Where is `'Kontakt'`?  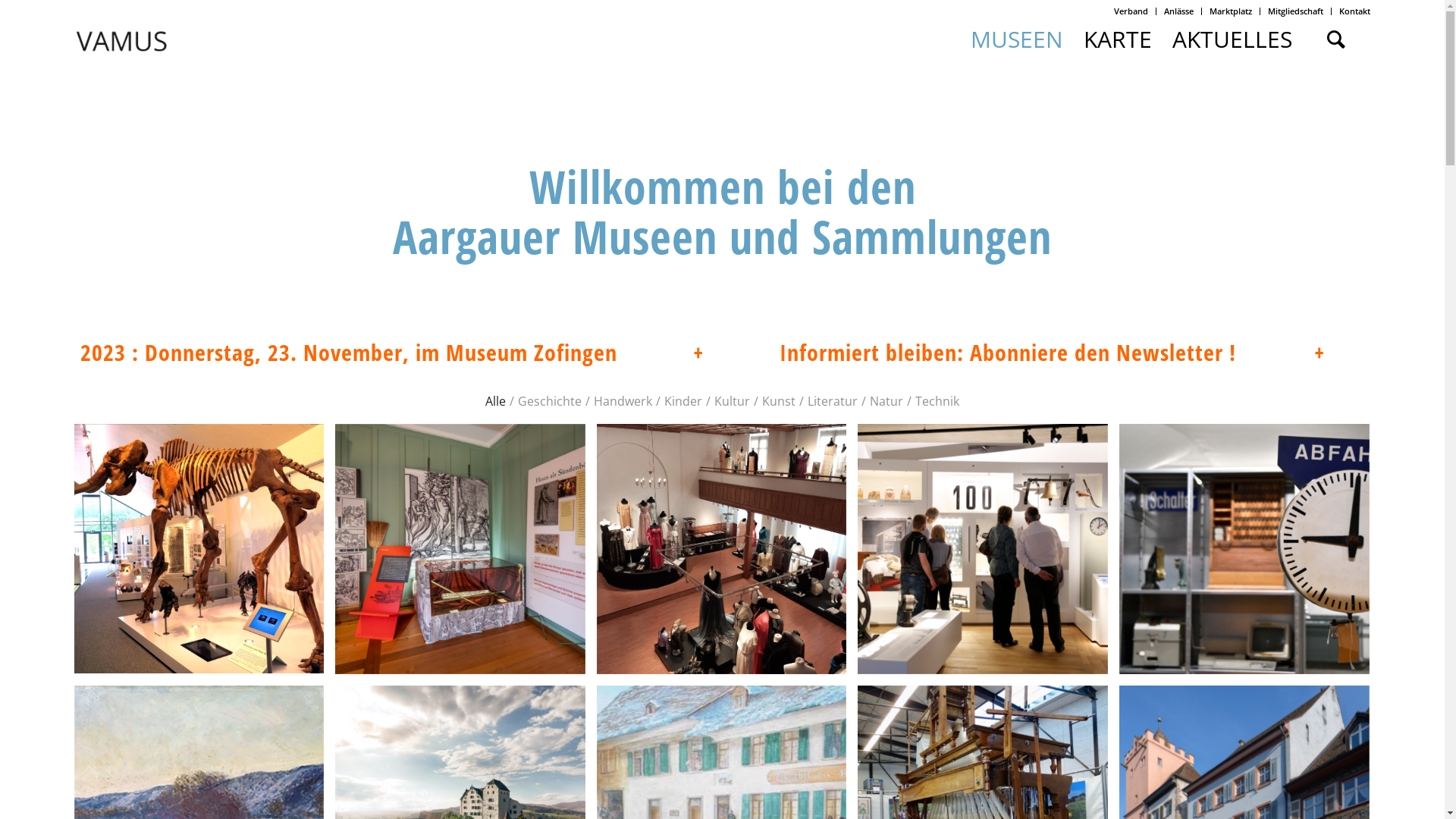
'Kontakt' is located at coordinates (1354, 11).